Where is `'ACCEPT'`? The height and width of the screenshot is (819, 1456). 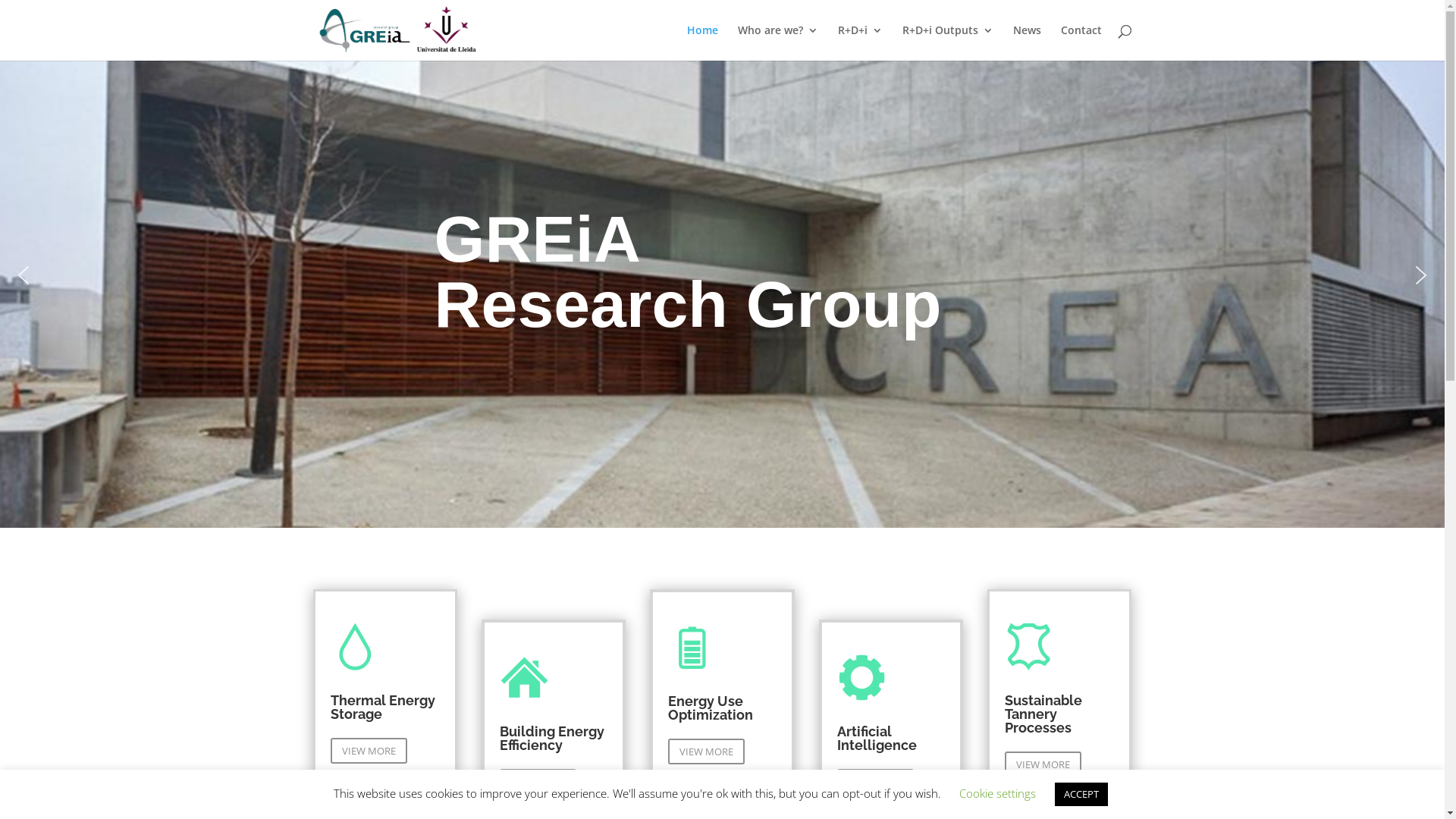
'ACCEPT' is located at coordinates (1080, 793).